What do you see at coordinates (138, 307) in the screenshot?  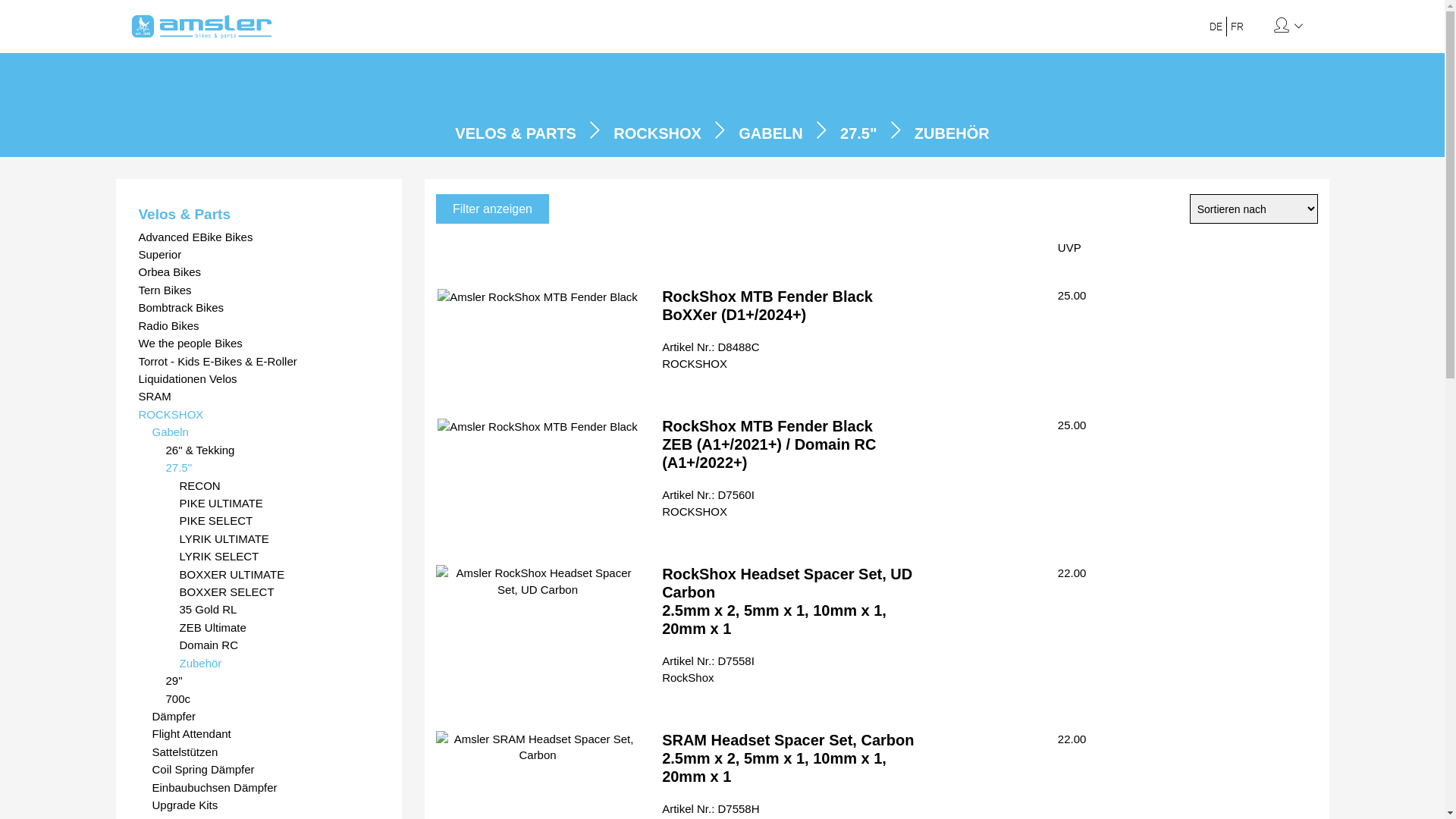 I see `'Bombtrack Bikes'` at bounding box center [138, 307].